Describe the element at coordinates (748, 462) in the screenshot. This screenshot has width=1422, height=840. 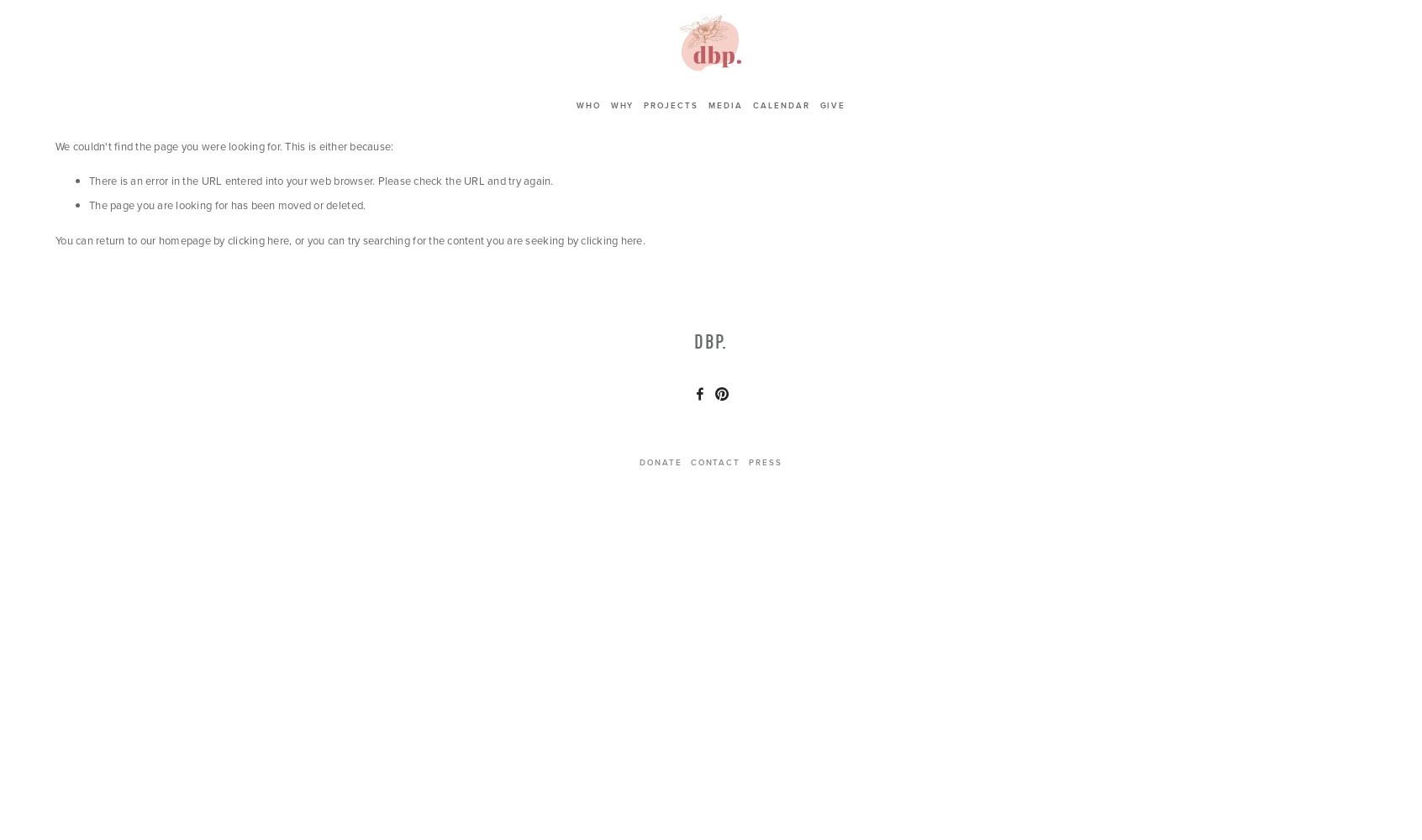
I see `'Press'` at that location.